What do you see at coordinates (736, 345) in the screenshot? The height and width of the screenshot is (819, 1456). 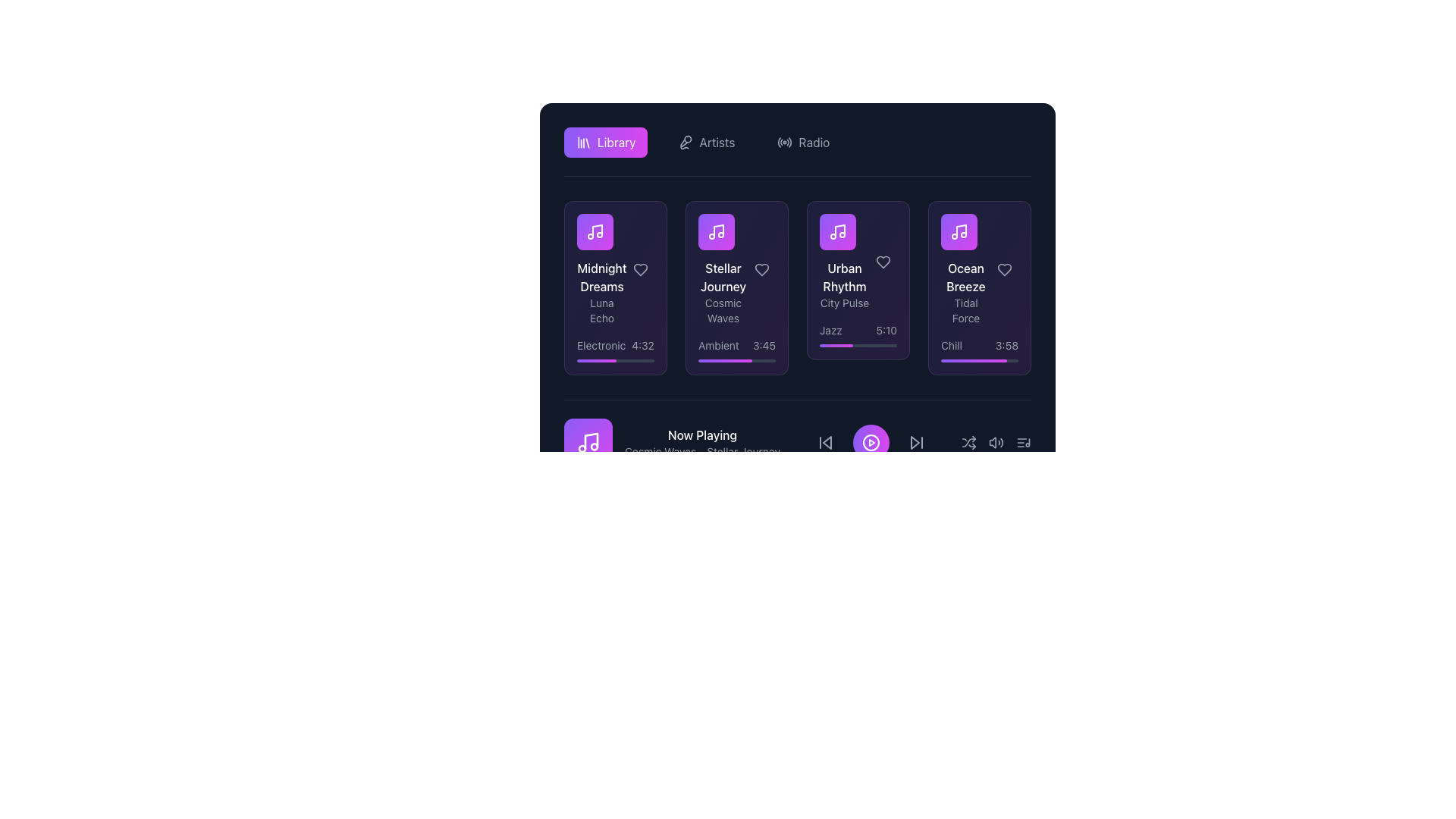 I see `displayed information in the text information display for the 'Stellar Journey' track, which shows 'Ambient' and the duration '3:45'` at bounding box center [736, 345].